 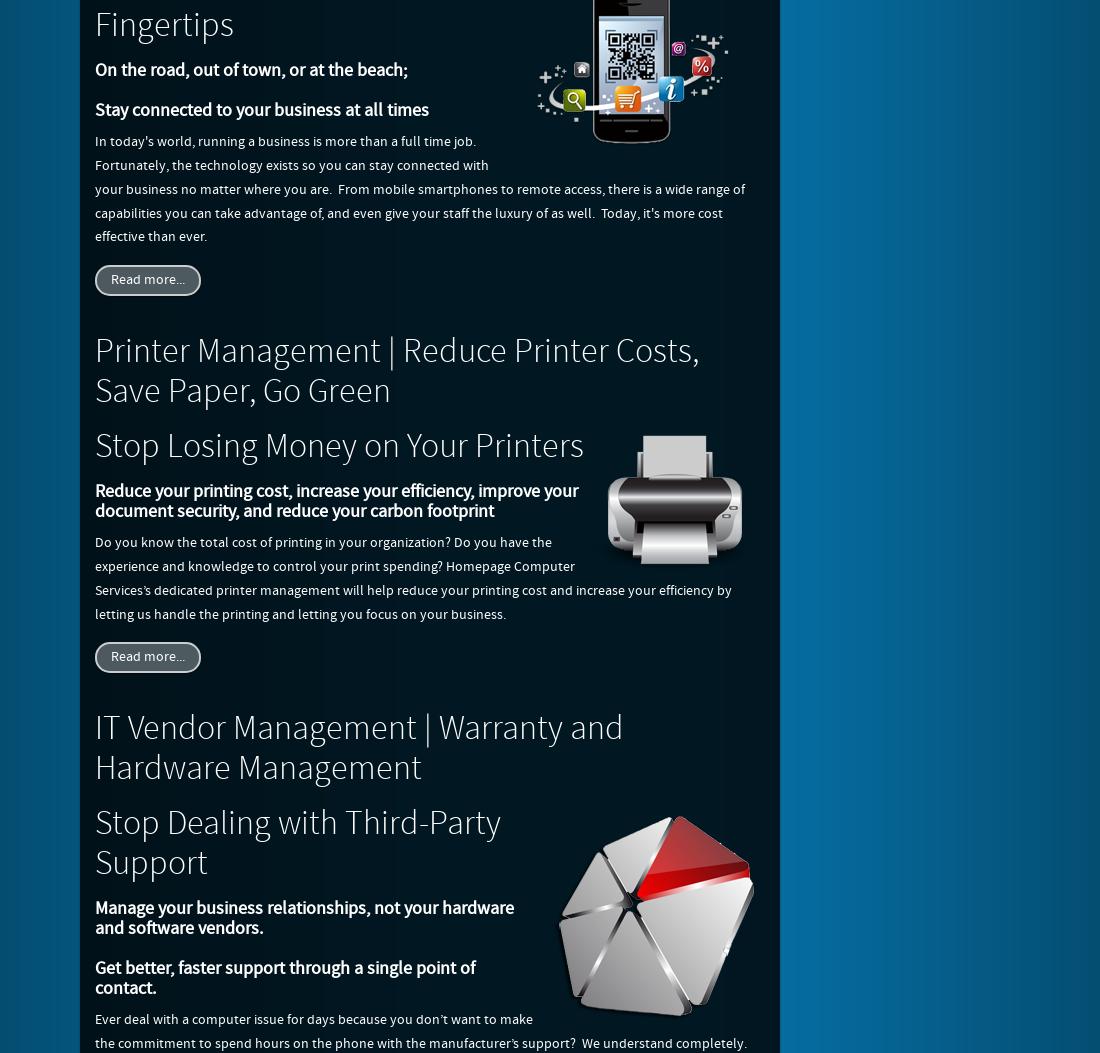 What do you see at coordinates (335, 501) in the screenshot?
I see `'Reduce your printing cost, increase your efficiency, improve your document security, and reduce your carbon footprint'` at bounding box center [335, 501].